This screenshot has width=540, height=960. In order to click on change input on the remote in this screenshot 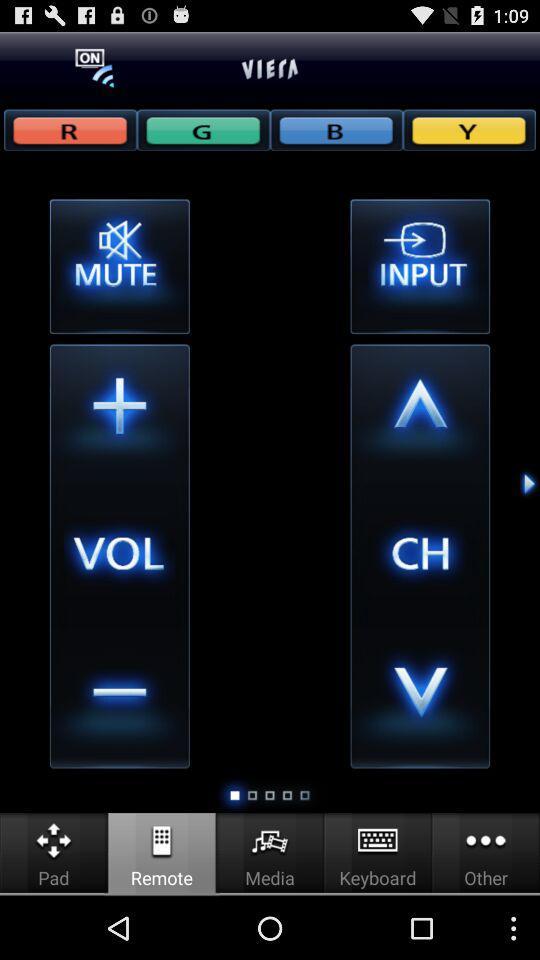, I will do `click(419, 265)`.